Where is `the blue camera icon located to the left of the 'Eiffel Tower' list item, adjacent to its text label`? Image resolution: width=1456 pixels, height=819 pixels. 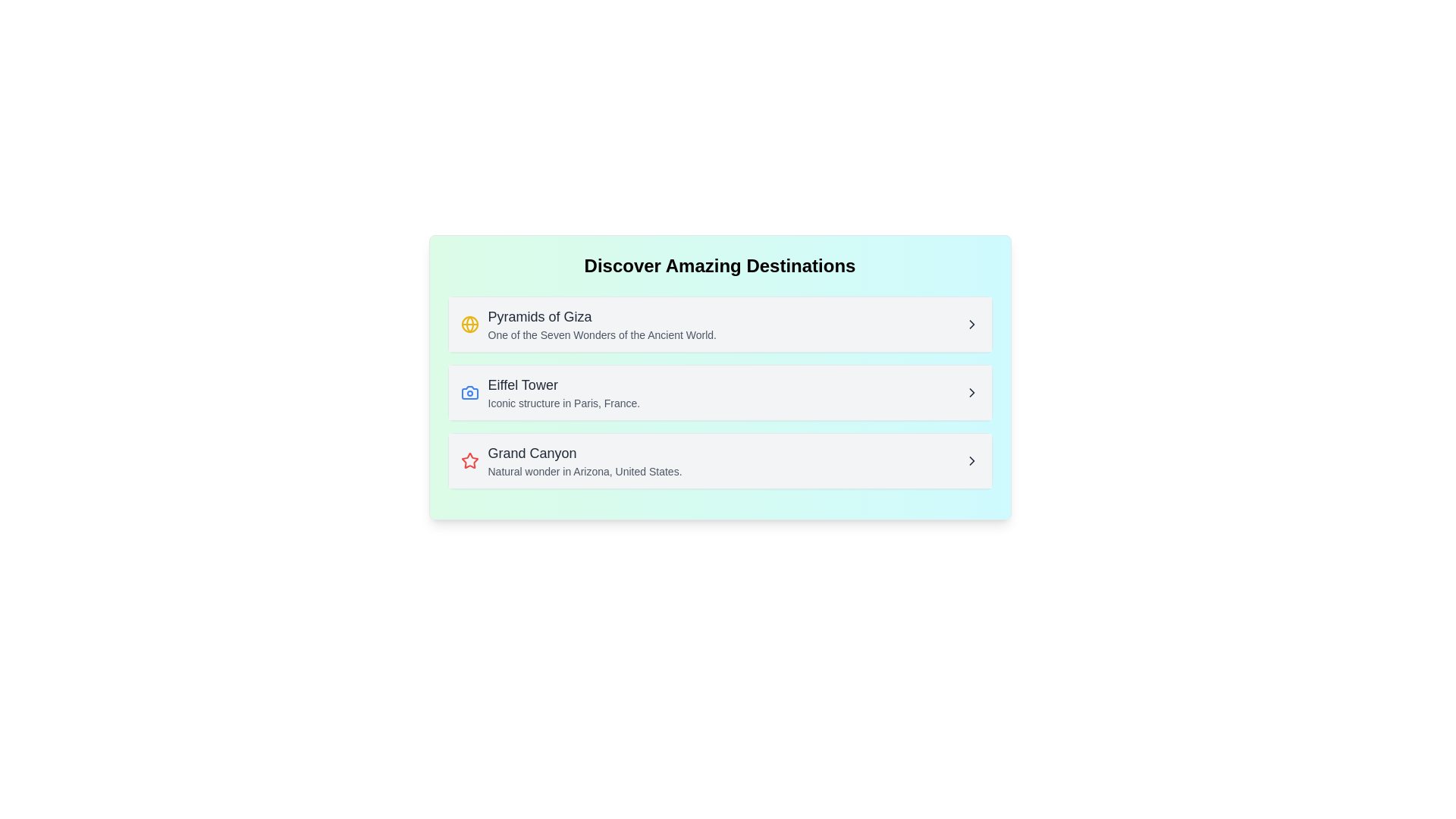 the blue camera icon located to the left of the 'Eiffel Tower' list item, adjacent to its text label is located at coordinates (469, 391).